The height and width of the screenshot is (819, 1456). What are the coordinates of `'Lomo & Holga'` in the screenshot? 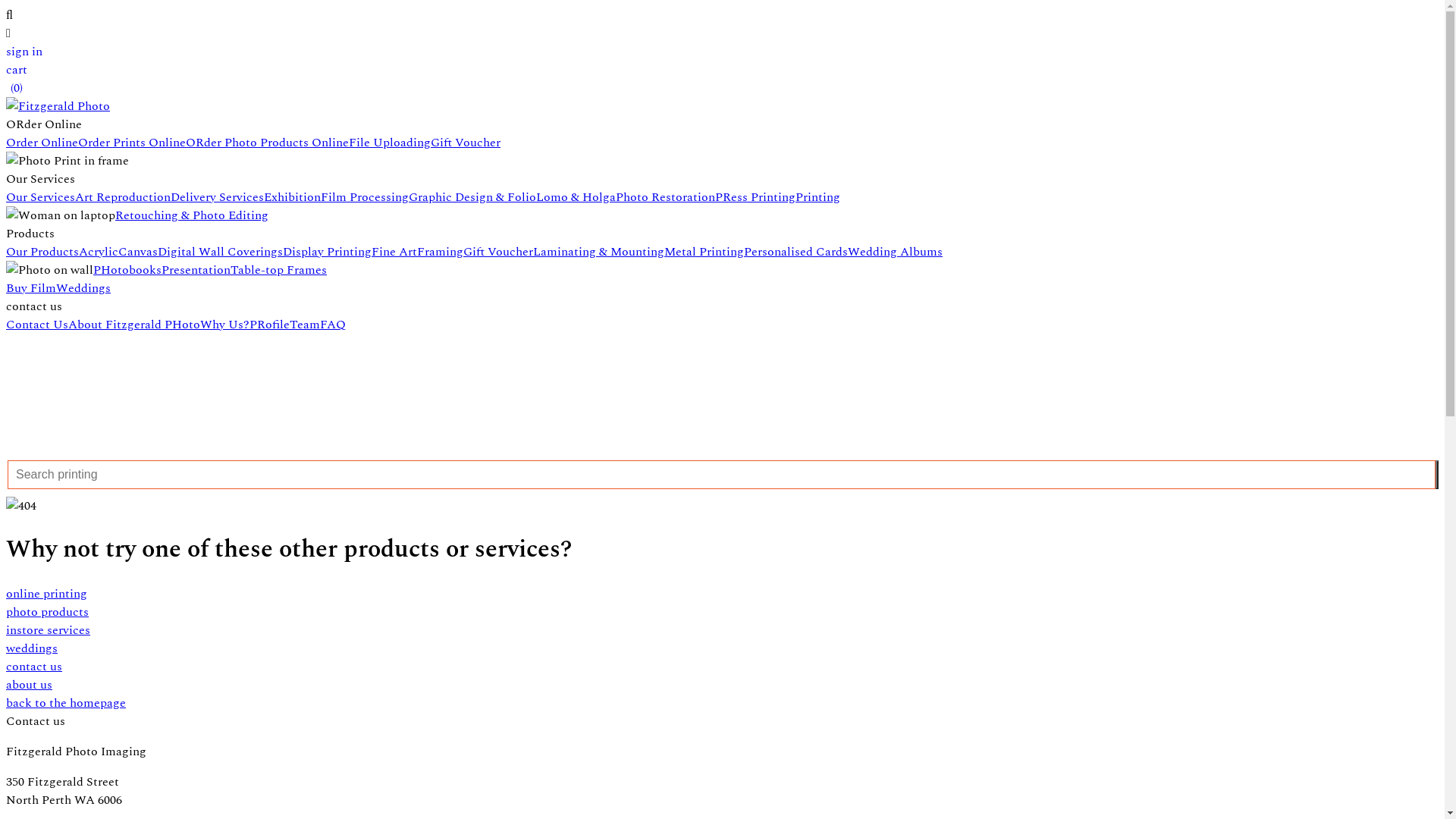 It's located at (575, 196).